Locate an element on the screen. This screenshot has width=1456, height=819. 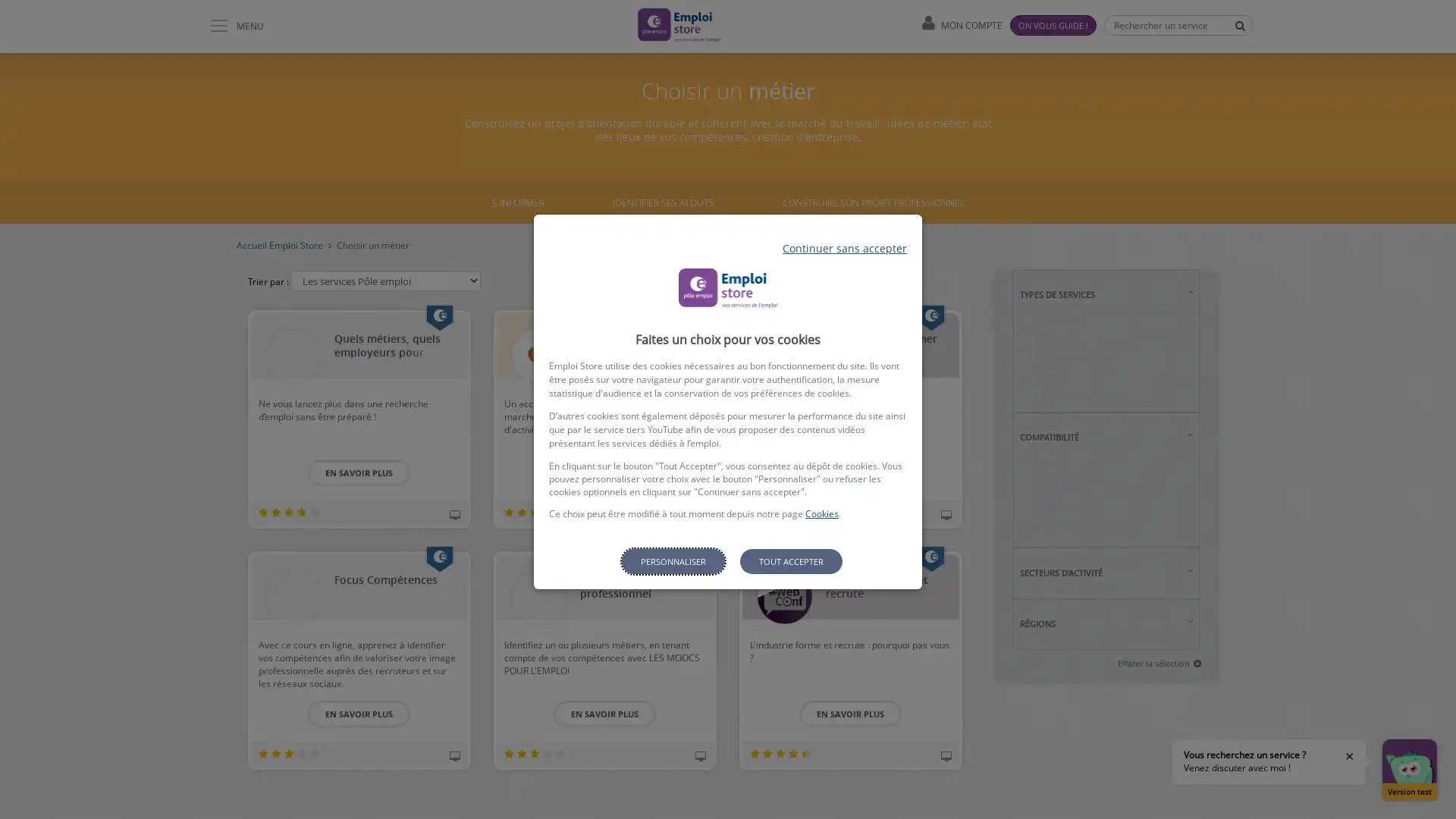
Tout accepter is located at coordinates (789, 561).